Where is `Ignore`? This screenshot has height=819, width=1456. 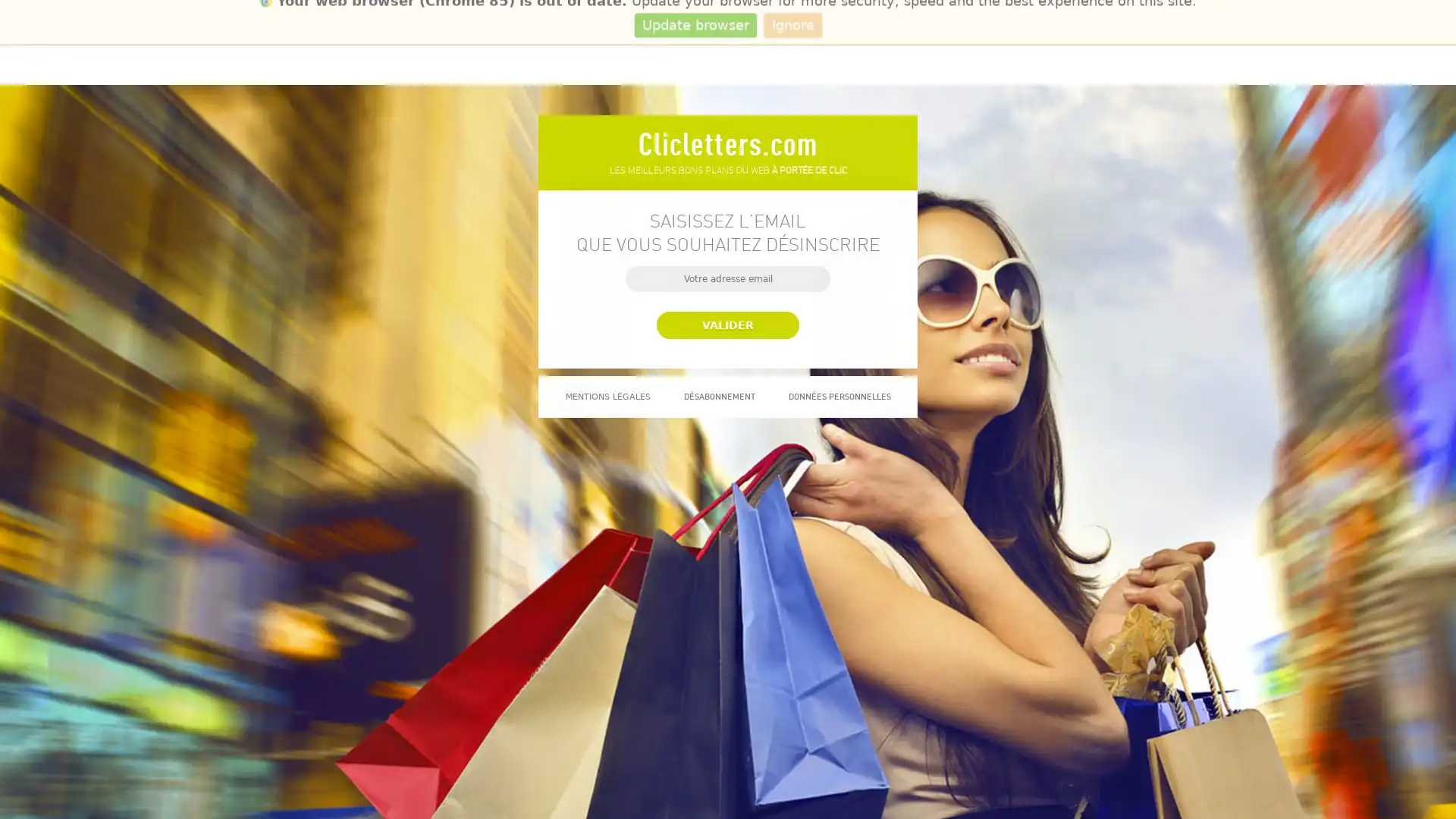 Ignore is located at coordinates (792, 41).